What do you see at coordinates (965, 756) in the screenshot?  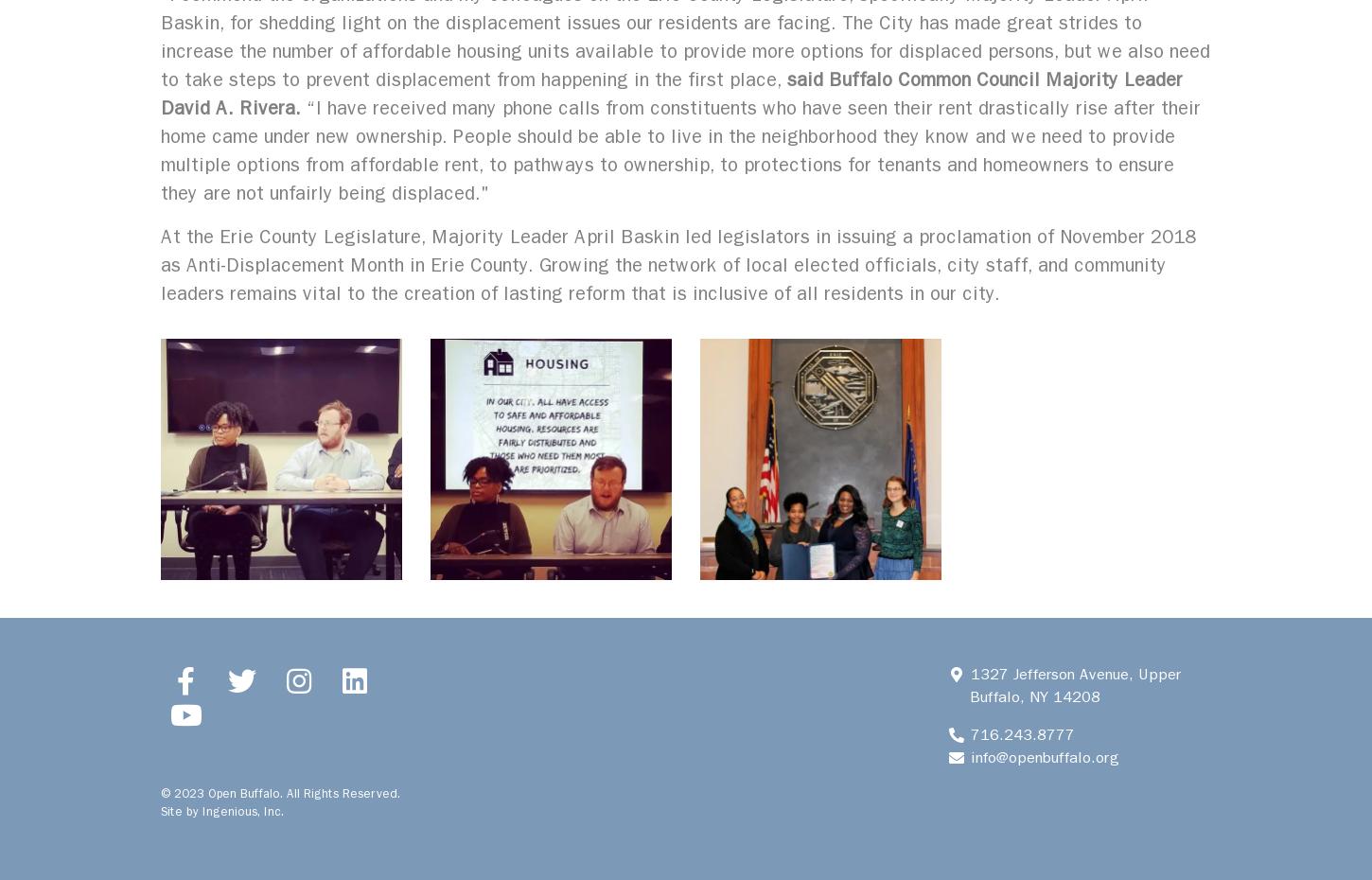 I see `'info@openbuffalo.org'` at bounding box center [965, 756].